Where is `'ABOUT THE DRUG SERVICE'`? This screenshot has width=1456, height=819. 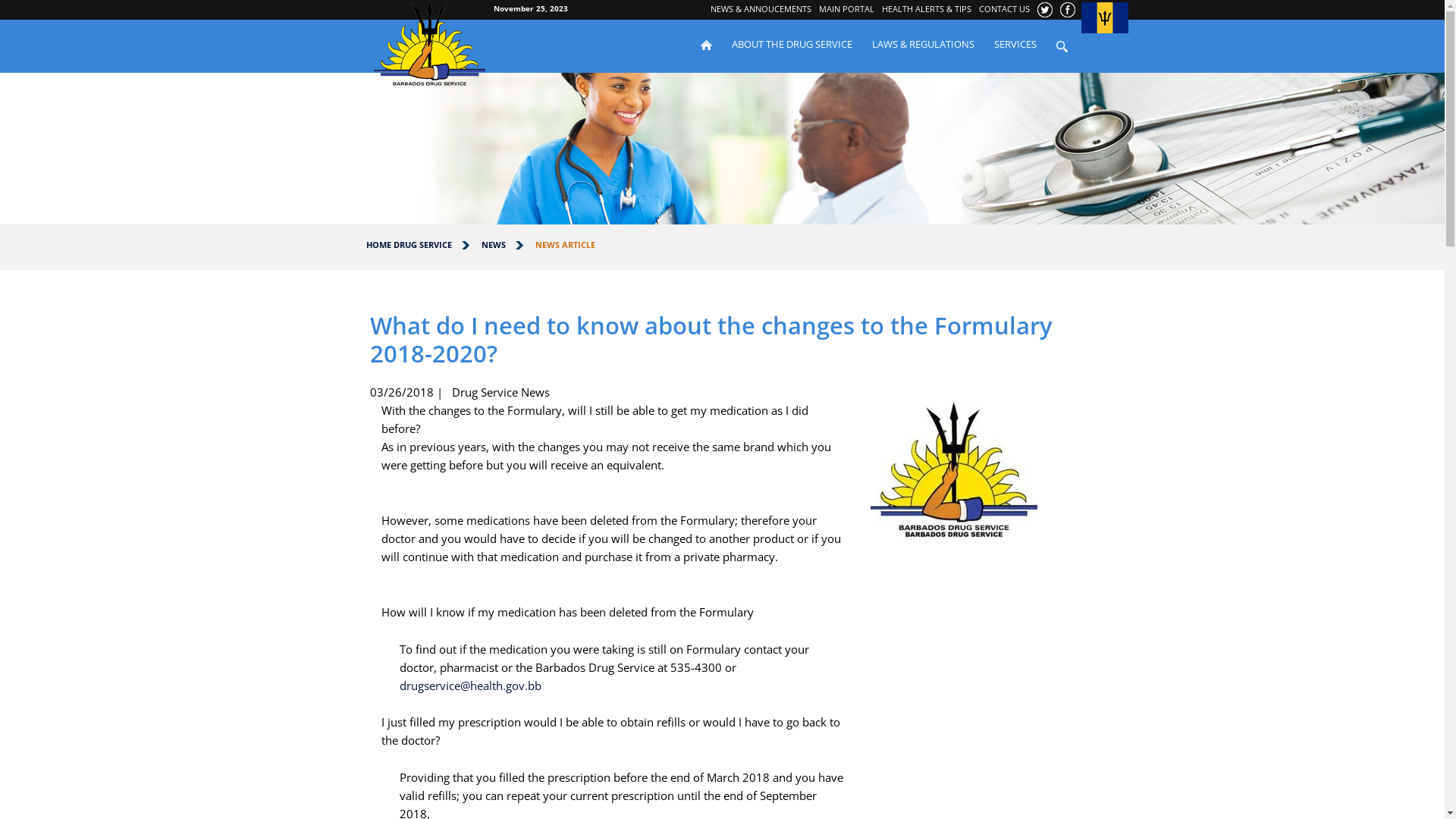
'ABOUT THE DRUG SERVICE' is located at coordinates (791, 42).